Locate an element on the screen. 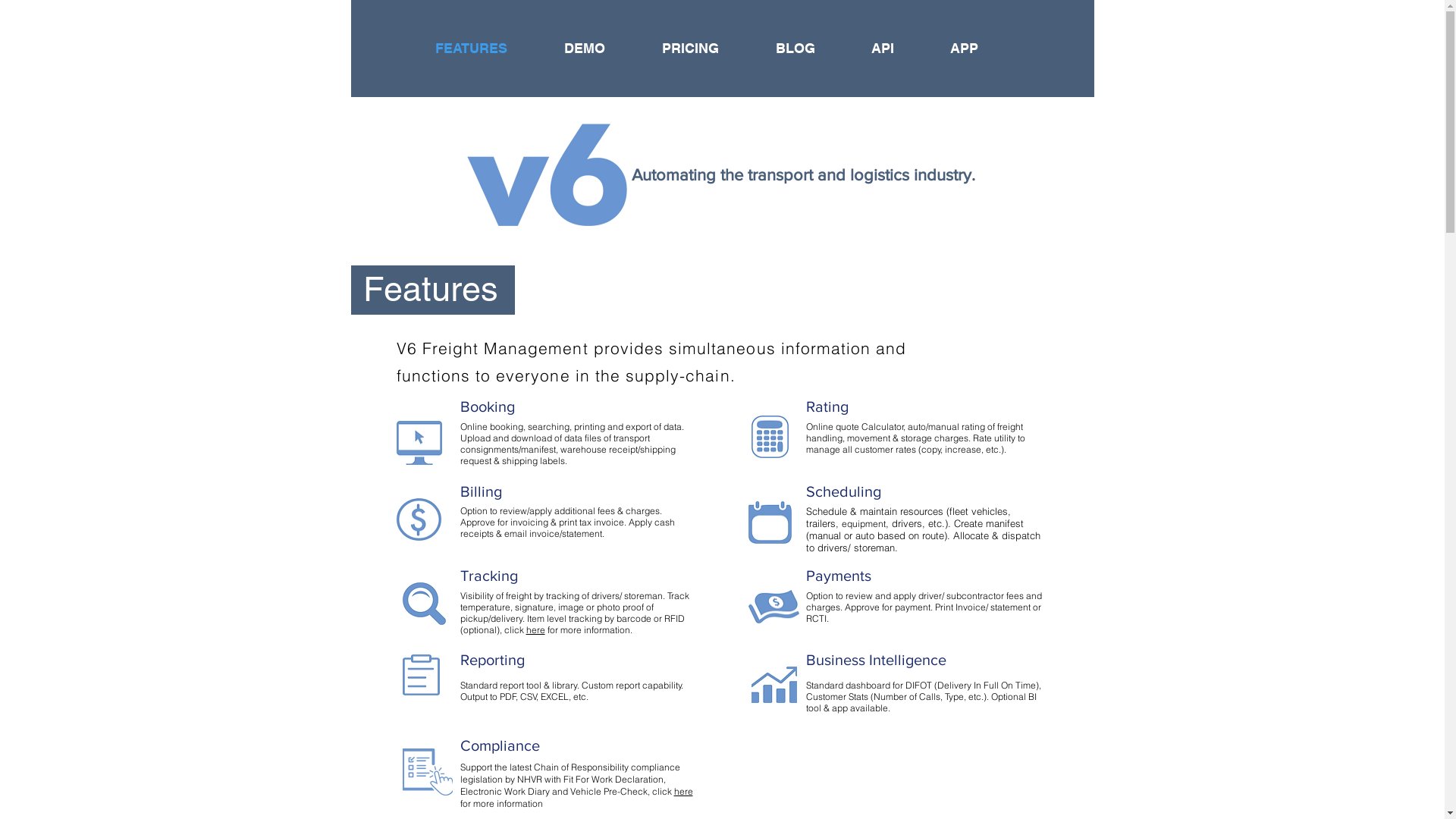  'PRICING' is located at coordinates (651, 48).